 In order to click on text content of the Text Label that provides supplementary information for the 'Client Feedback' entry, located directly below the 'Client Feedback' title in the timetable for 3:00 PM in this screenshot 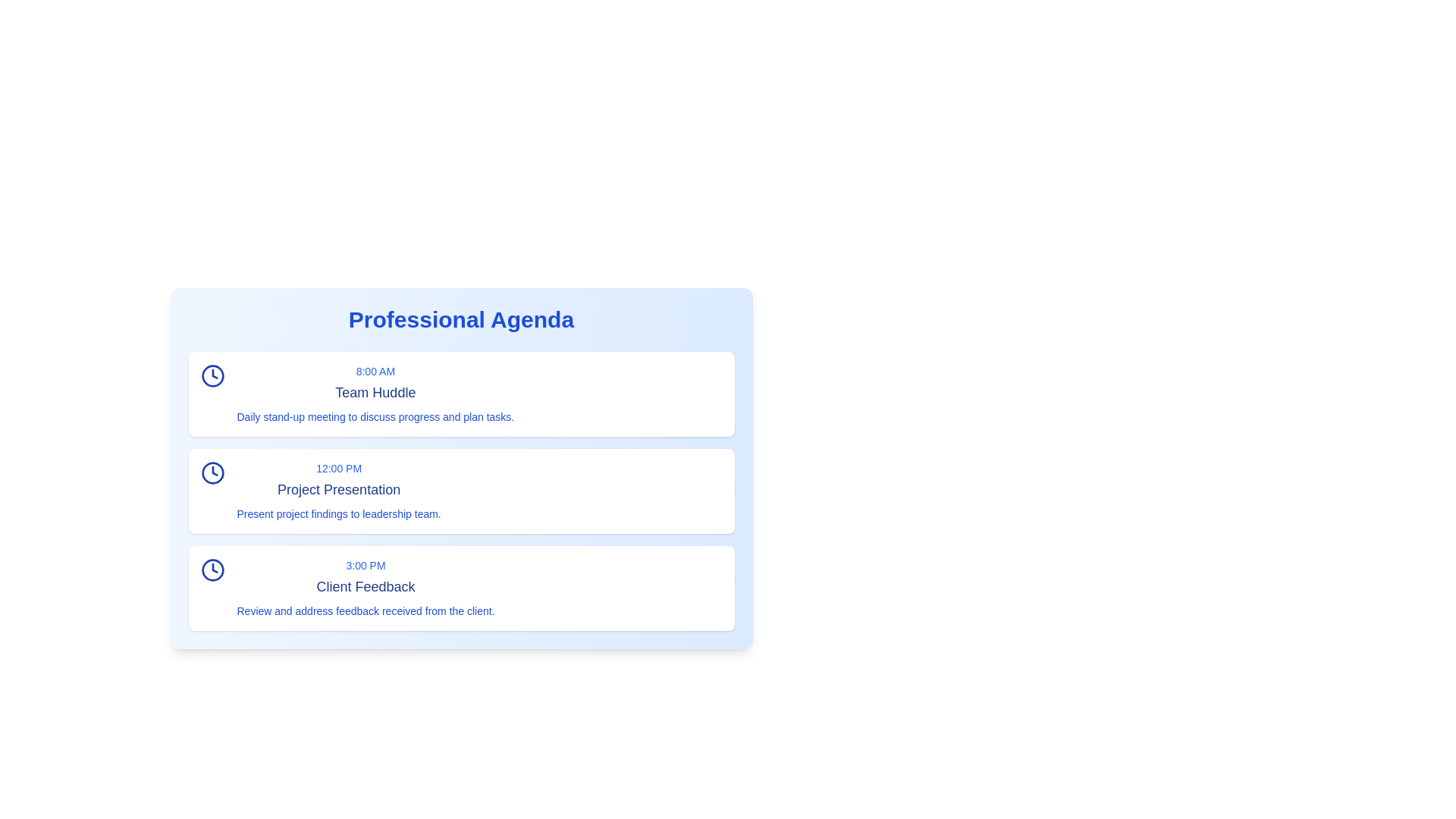, I will do `click(366, 610)`.